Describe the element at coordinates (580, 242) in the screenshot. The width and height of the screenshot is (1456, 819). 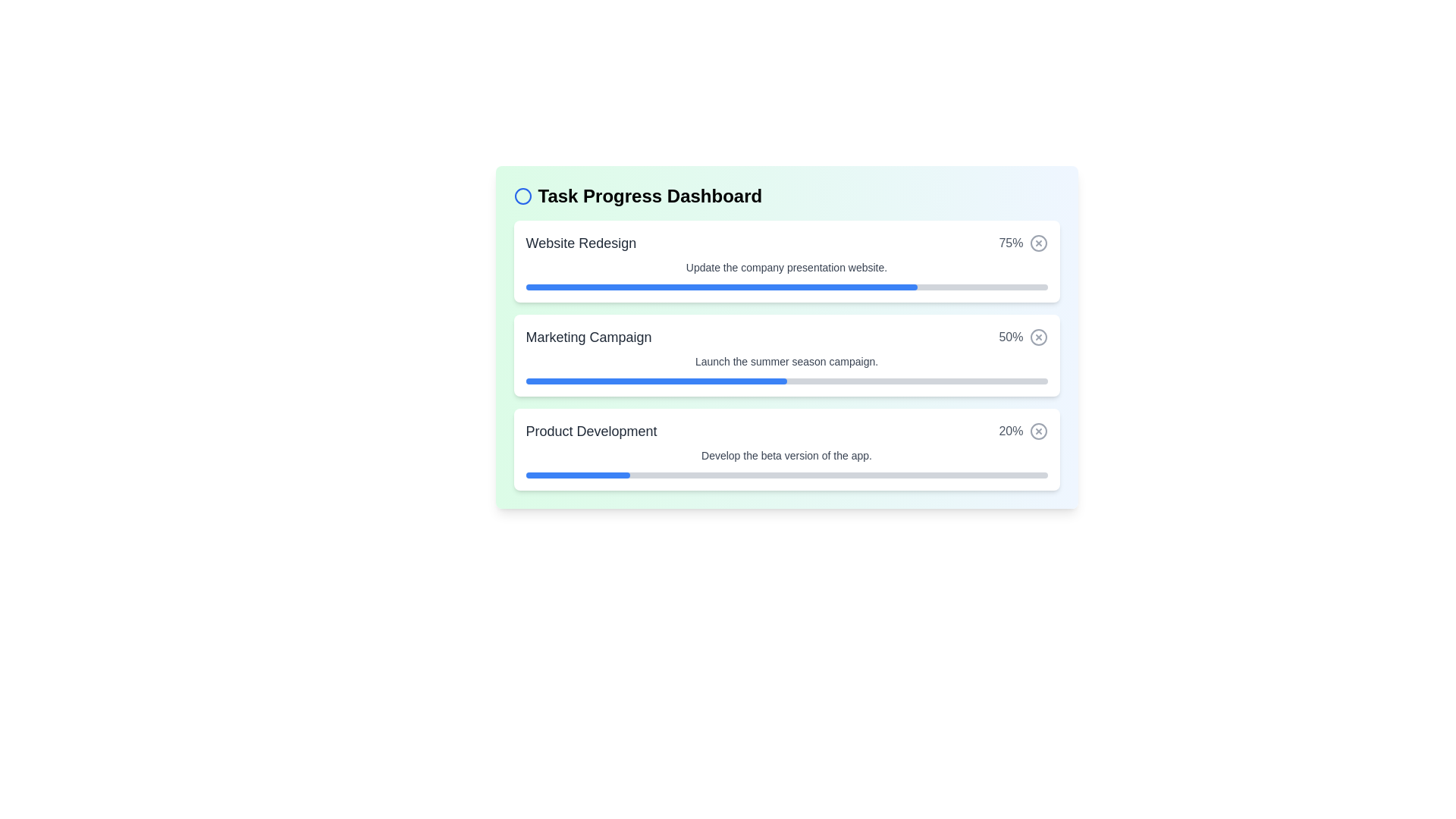
I see `the 'Website Redesign' text label located at the top left corner of the task card in the 'Task Progress Dashboard'` at that location.